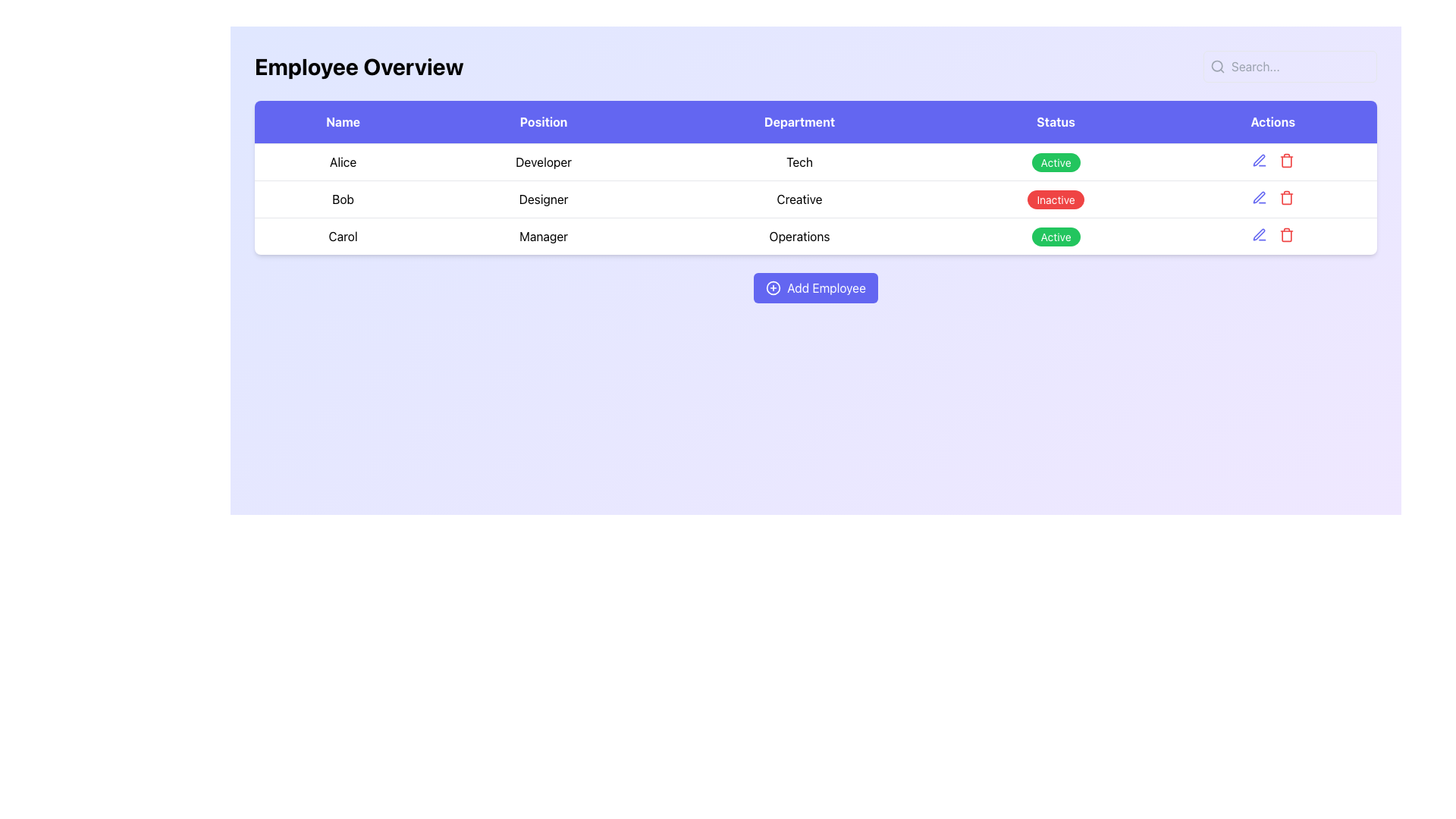 Image resolution: width=1456 pixels, height=819 pixels. Describe the element at coordinates (799, 121) in the screenshot. I see `the 'Department' text label, which is styled in bold sans-serif font and positioned within a blue rectangular header area, located centrally between 'Position' and 'Status'` at that location.